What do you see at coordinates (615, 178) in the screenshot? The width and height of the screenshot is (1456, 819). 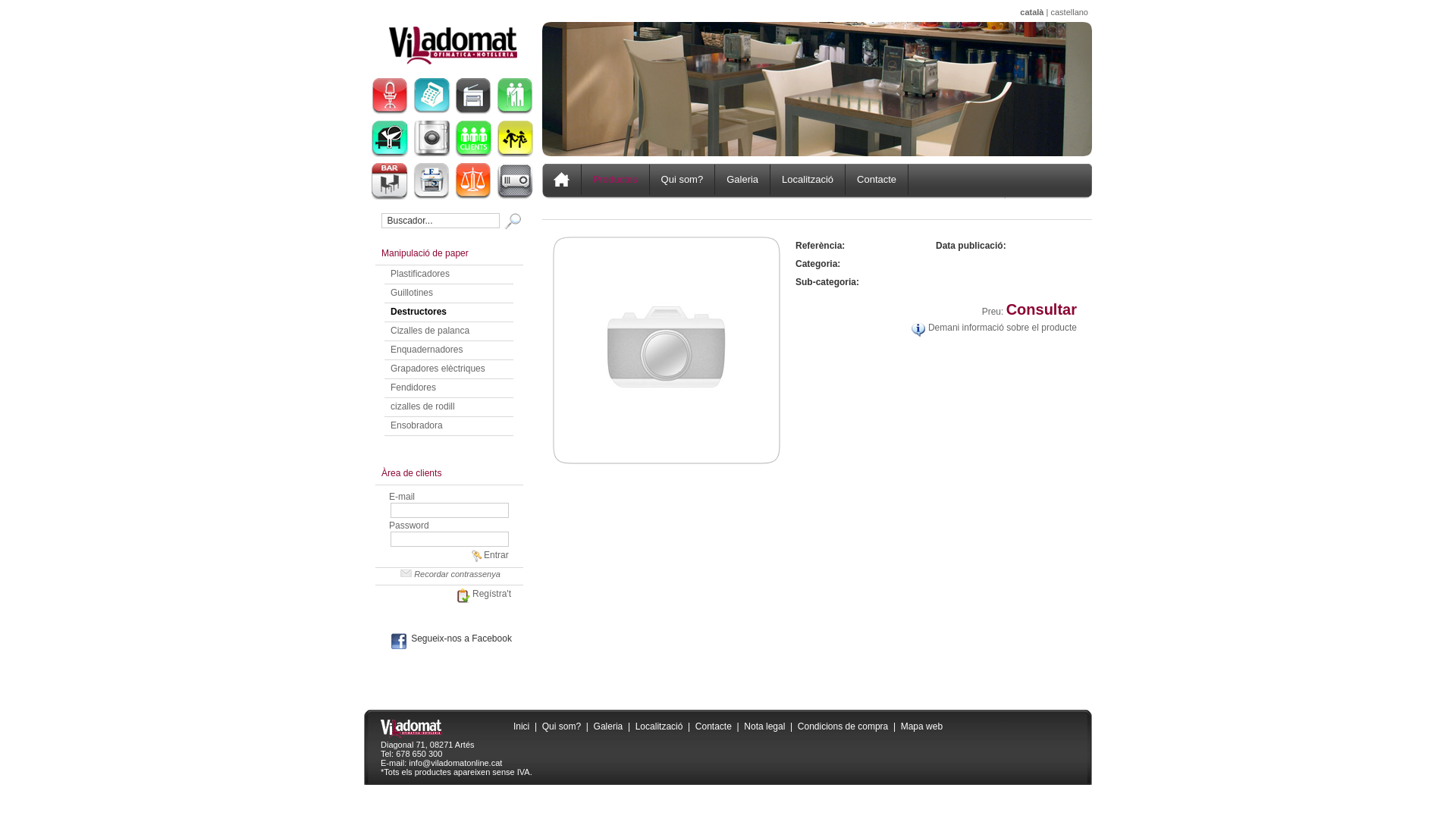 I see `'Productes'` at bounding box center [615, 178].